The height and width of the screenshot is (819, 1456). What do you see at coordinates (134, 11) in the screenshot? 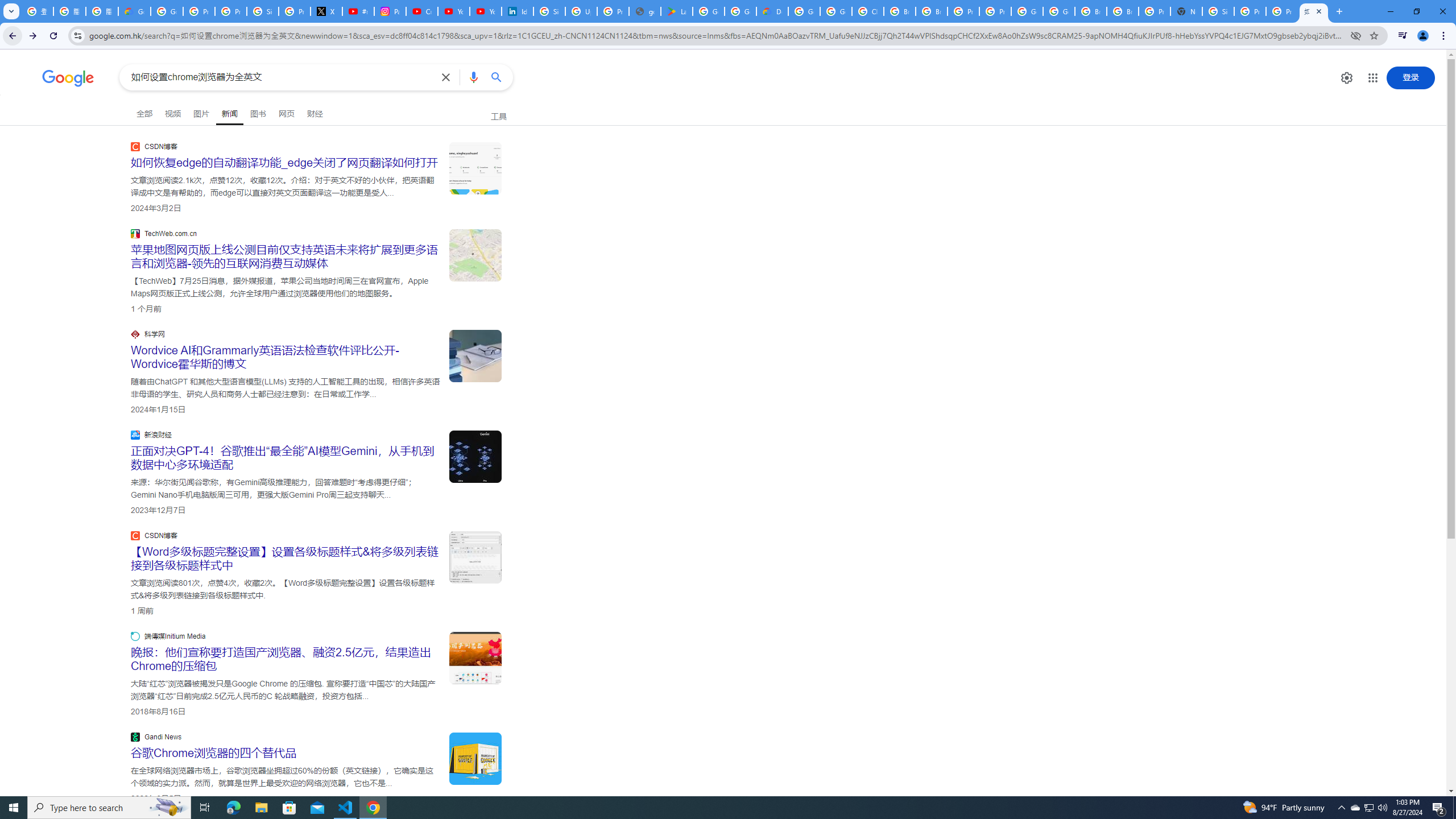
I see `'Google Cloud Privacy Notice'` at bounding box center [134, 11].